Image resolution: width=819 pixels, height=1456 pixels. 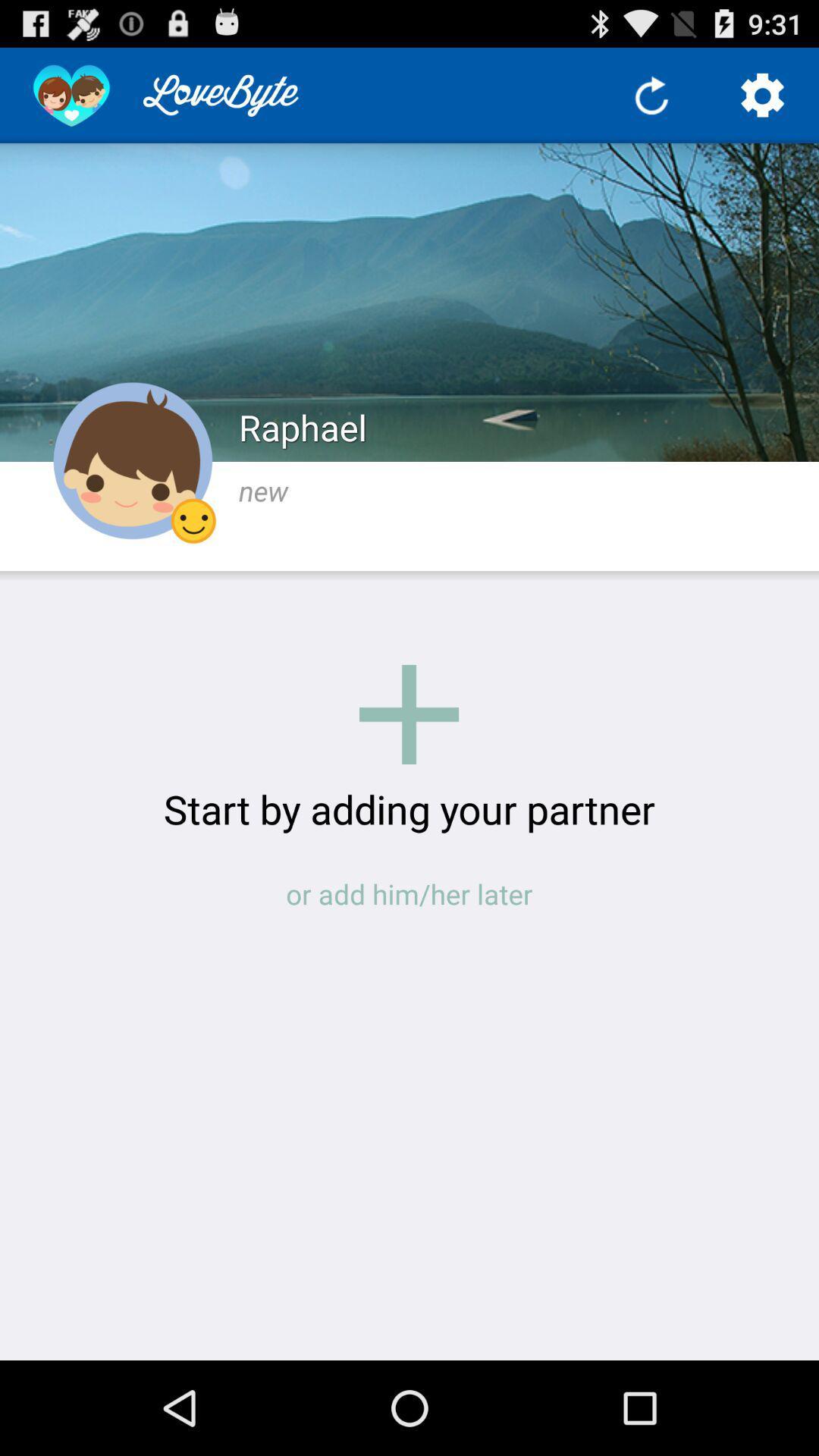 What do you see at coordinates (132, 460) in the screenshot?
I see `the item next to raphael app` at bounding box center [132, 460].